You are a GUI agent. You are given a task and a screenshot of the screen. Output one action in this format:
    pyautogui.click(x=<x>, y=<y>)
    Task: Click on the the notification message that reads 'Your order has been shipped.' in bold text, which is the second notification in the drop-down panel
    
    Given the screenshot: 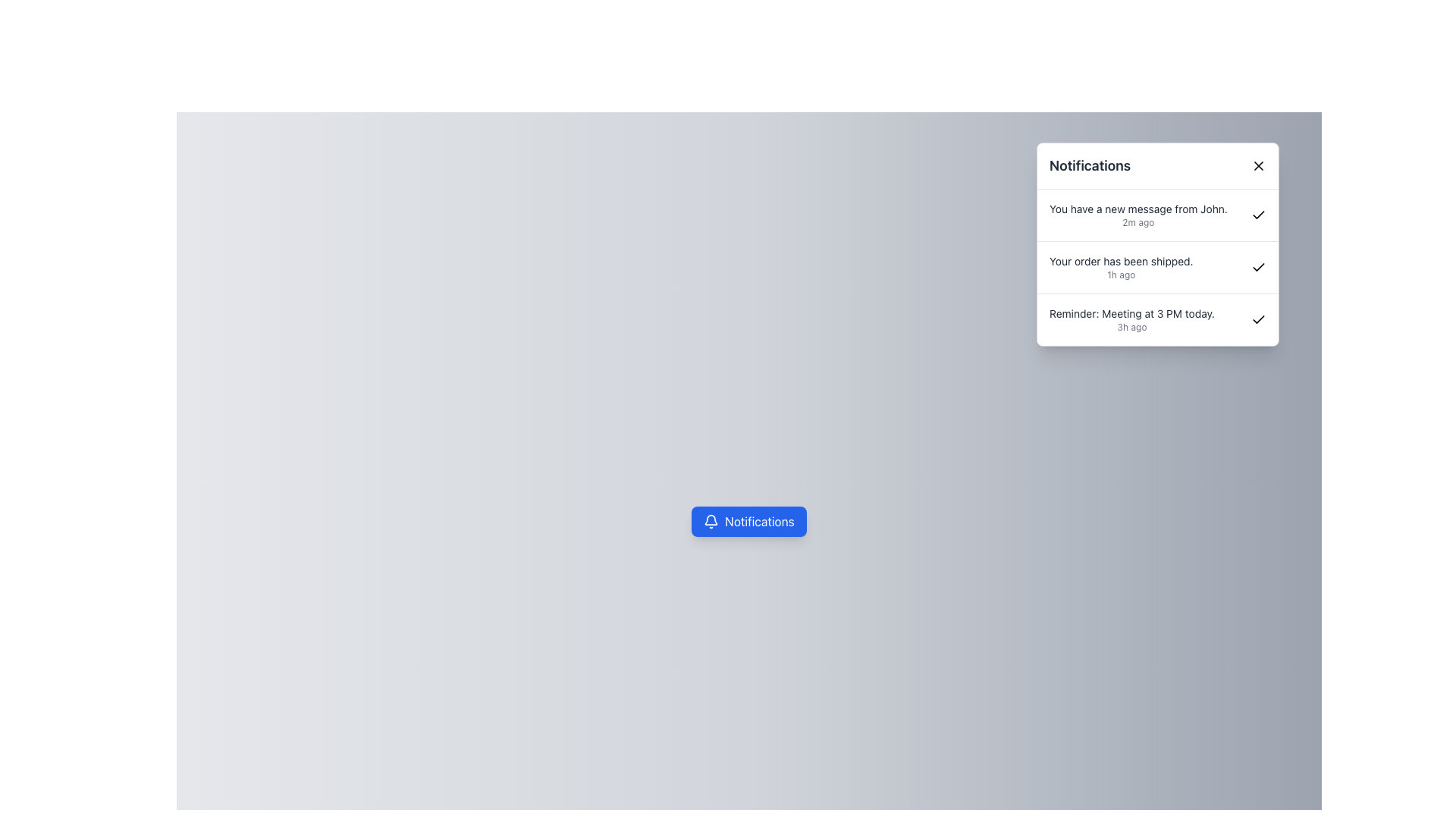 What is the action you would take?
    pyautogui.click(x=1121, y=267)
    